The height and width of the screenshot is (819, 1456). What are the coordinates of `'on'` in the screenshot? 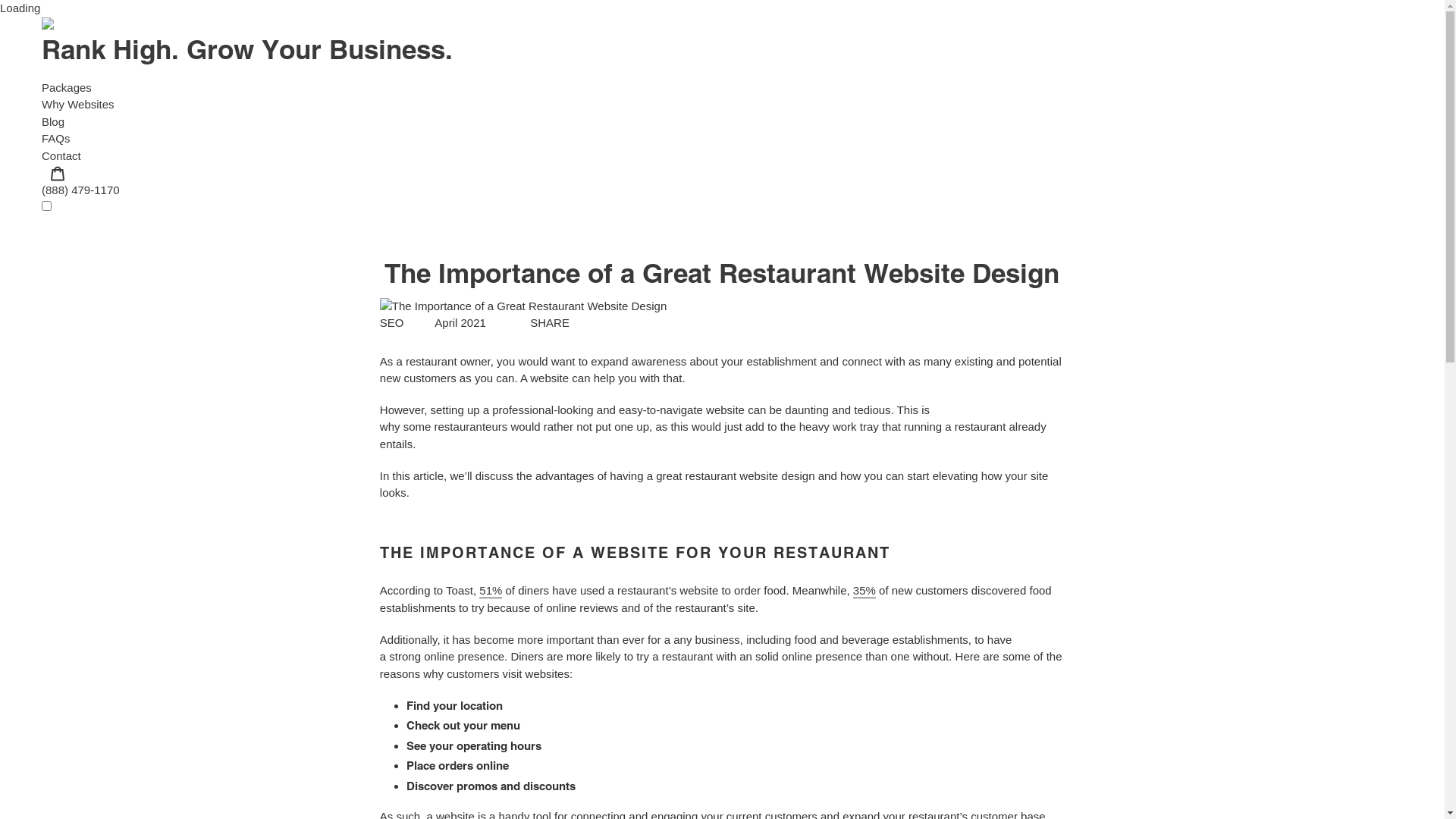 It's located at (41, 206).